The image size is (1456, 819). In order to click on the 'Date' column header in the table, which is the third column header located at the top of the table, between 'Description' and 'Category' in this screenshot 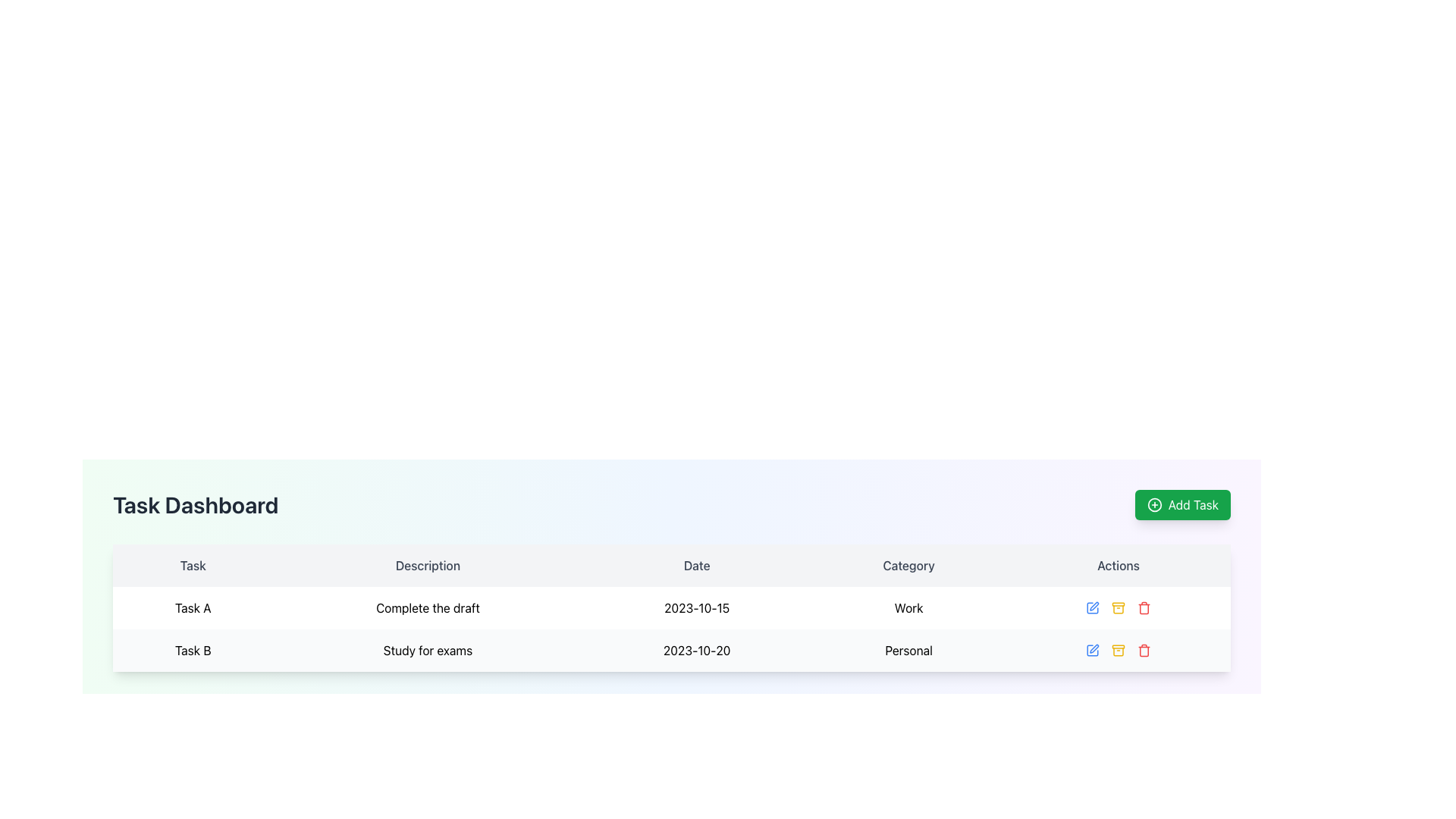, I will do `click(696, 565)`.